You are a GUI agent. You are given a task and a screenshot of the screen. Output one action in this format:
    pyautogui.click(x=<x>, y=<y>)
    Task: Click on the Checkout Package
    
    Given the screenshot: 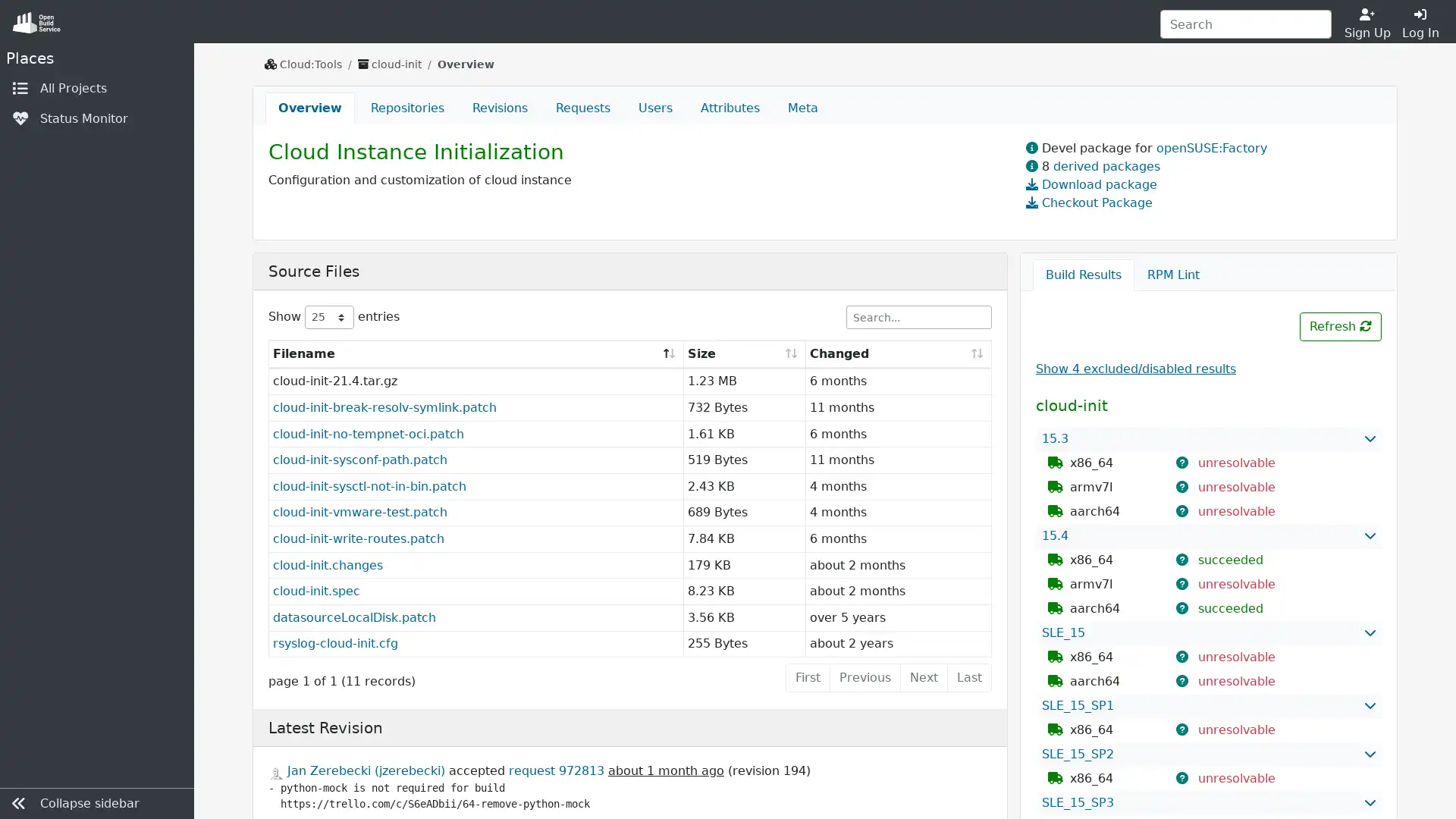 What is the action you would take?
    pyautogui.click(x=1087, y=202)
    